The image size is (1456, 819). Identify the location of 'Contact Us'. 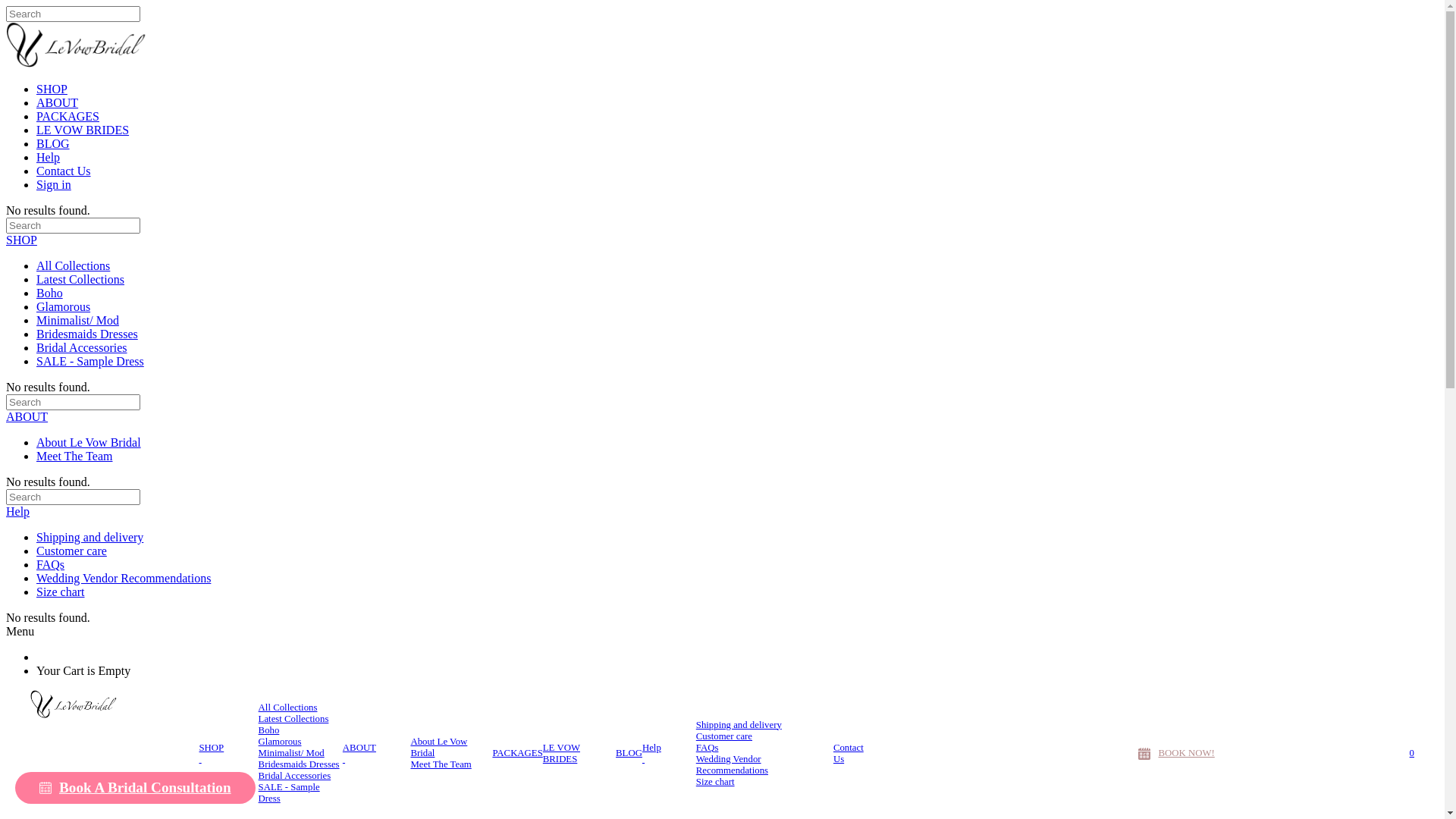
(62, 171).